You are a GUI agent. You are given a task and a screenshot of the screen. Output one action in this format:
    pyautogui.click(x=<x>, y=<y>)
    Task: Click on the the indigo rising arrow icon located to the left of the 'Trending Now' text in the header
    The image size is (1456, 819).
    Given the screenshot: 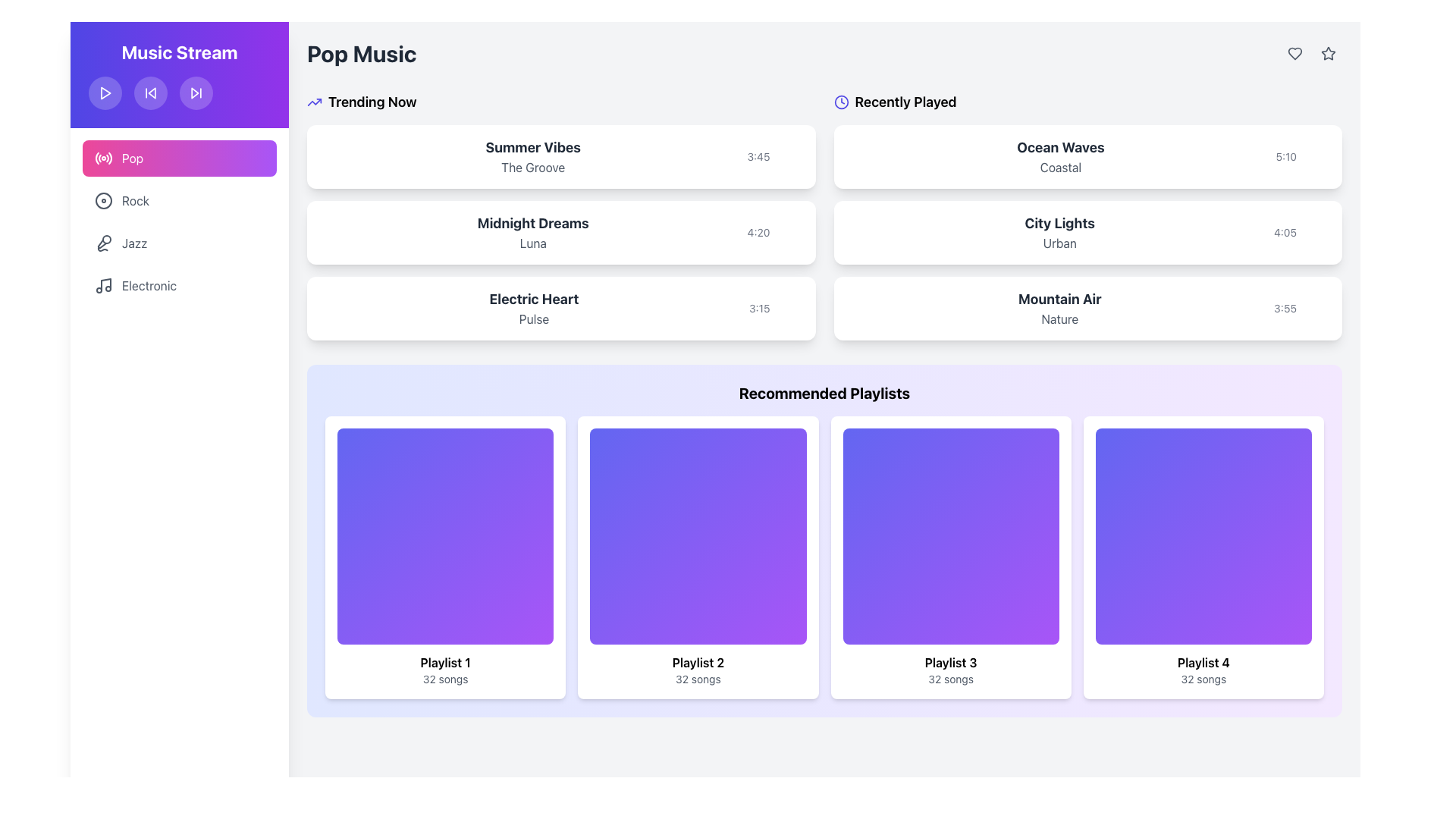 What is the action you would take?
    pyautogui.click(x=313, y=102)
    